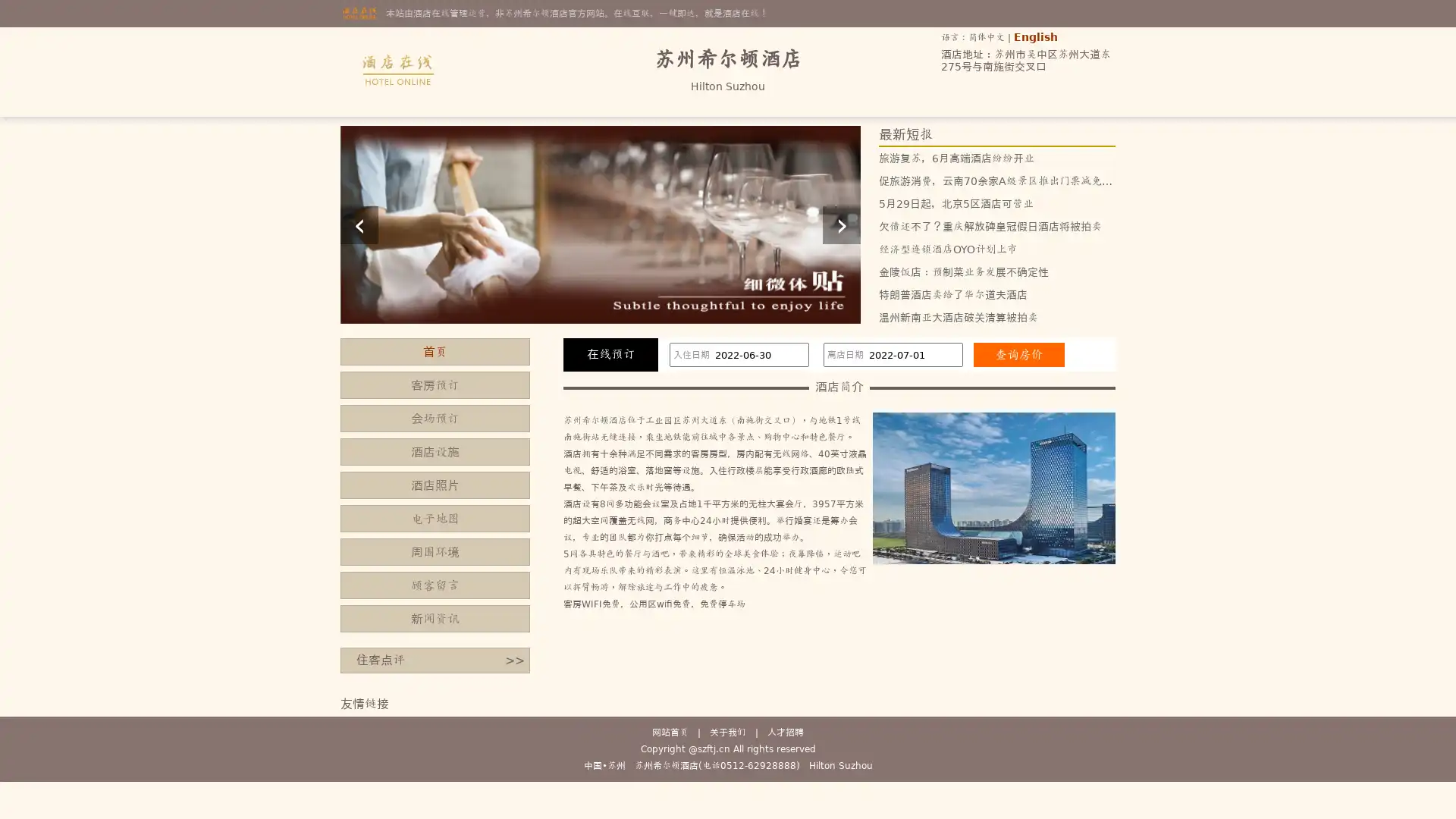  I want to click on Next, so click(840, 224).